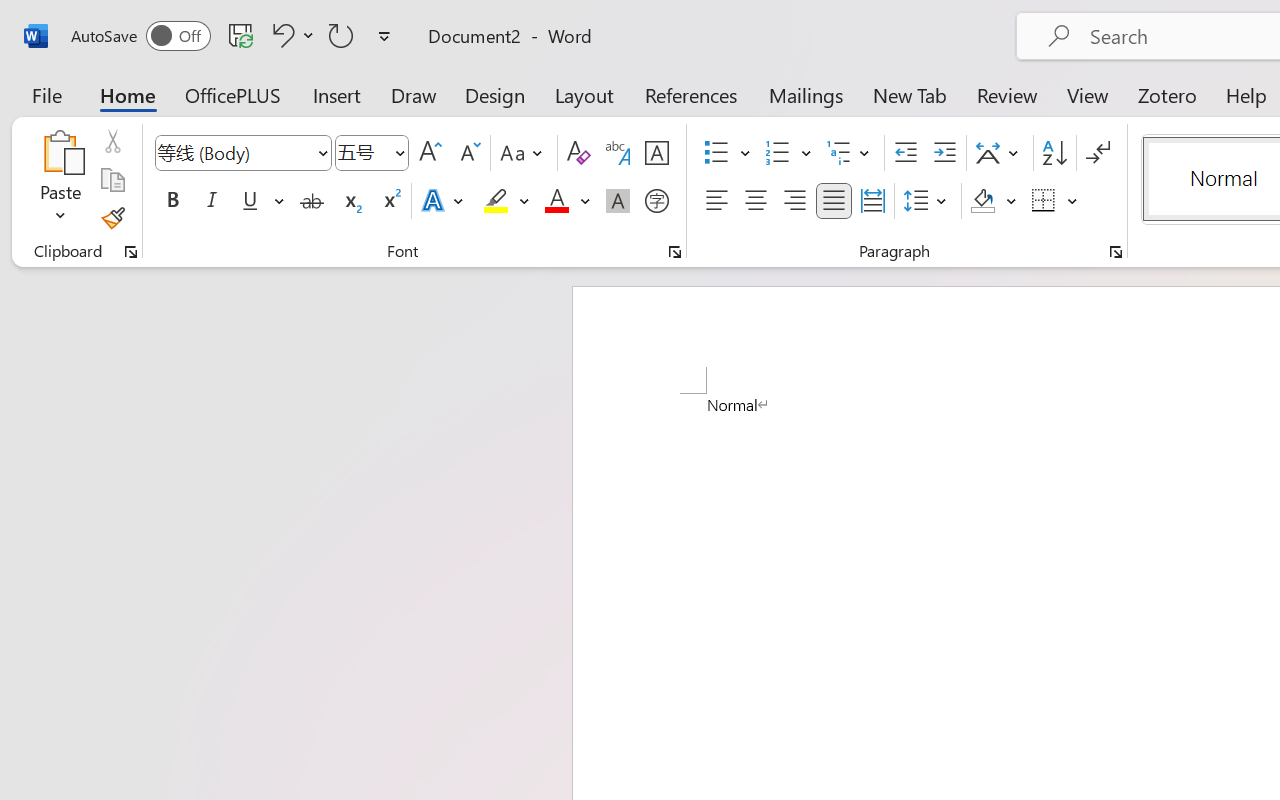 This screenshot has height=800, width=1280. Describe the element at coordinates (1054, 201) in the screenshot. I see `'Borders'` at that location.